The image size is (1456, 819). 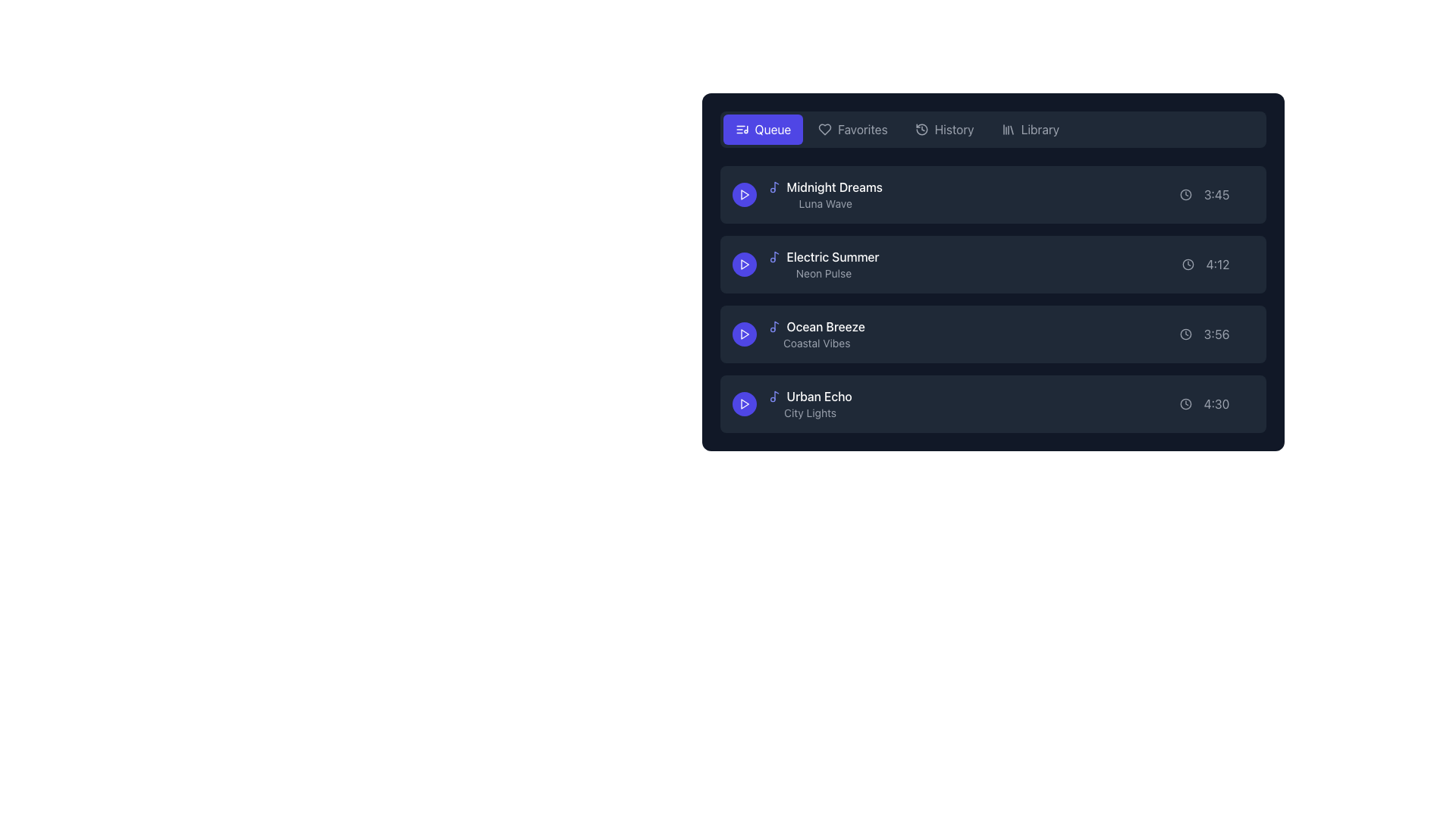 I want to click on the text label displaying 'Neon Pulse', which is a small light gray font subtitle located beneath 'Electric Summer' in a vertical list of items, so click(x=823, y=274).